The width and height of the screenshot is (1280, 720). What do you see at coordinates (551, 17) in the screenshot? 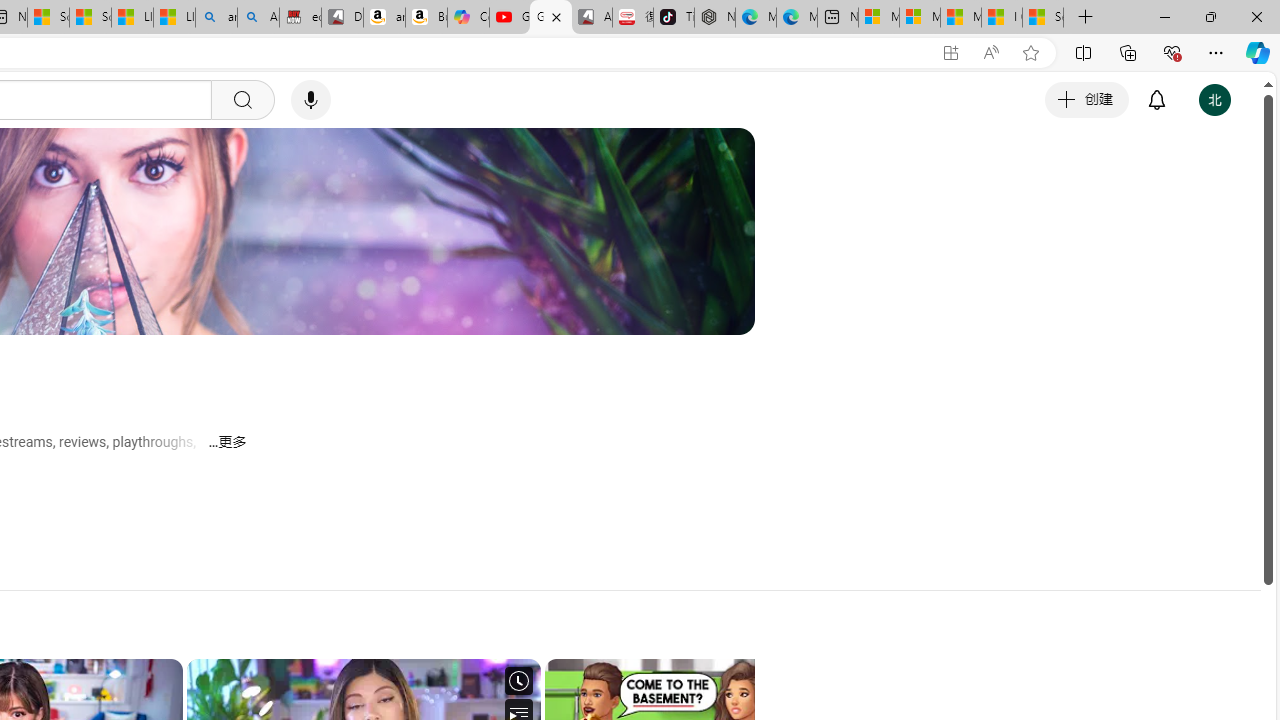
I see `'Gloom - YouTube'` at bounding box center [551, 17].